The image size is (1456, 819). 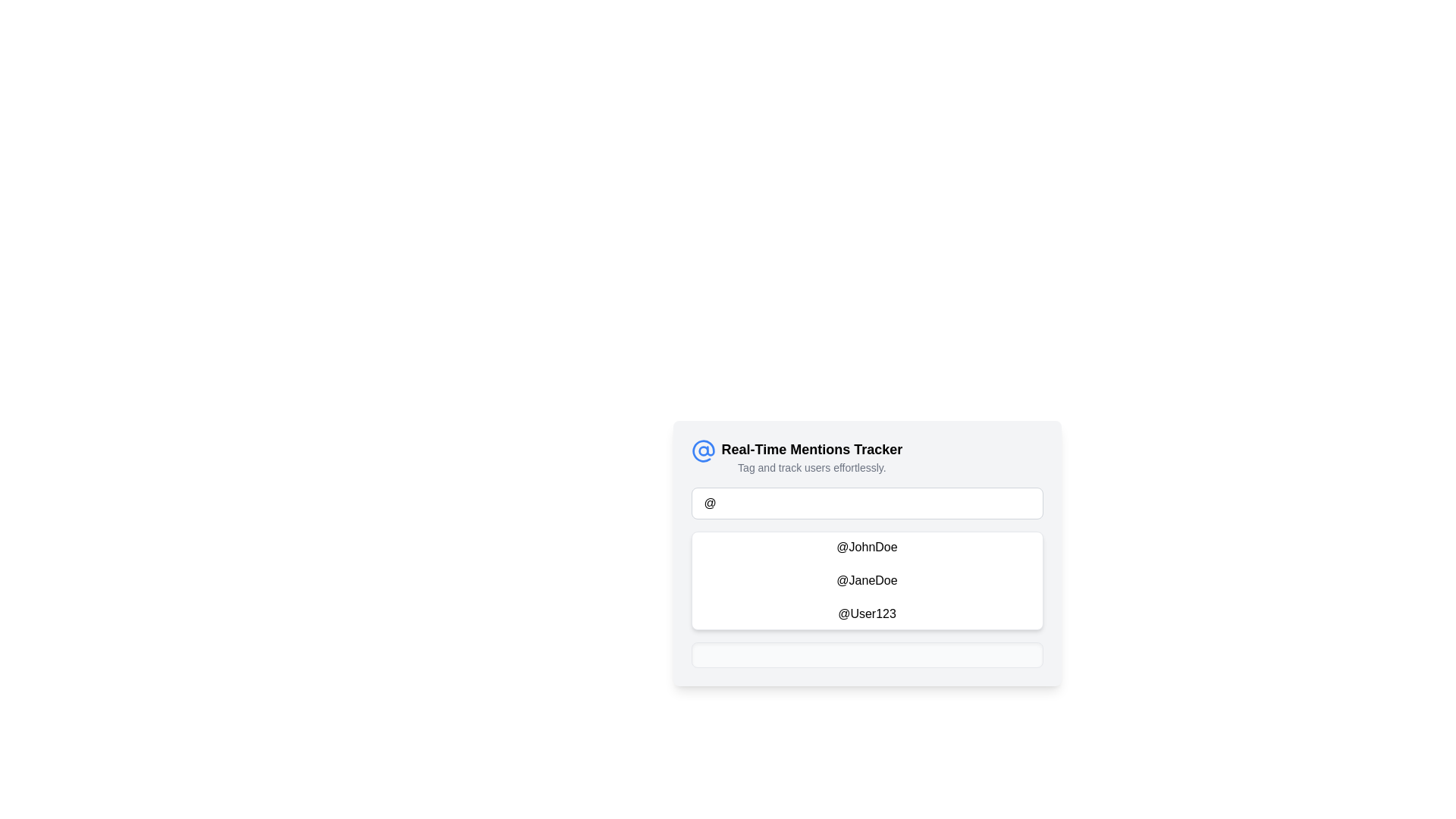 What do you see at coordinates (867, 614) in the screenshot?
I see `the '@User123' label in the user suggestion list` at bounding box center [867, 614].